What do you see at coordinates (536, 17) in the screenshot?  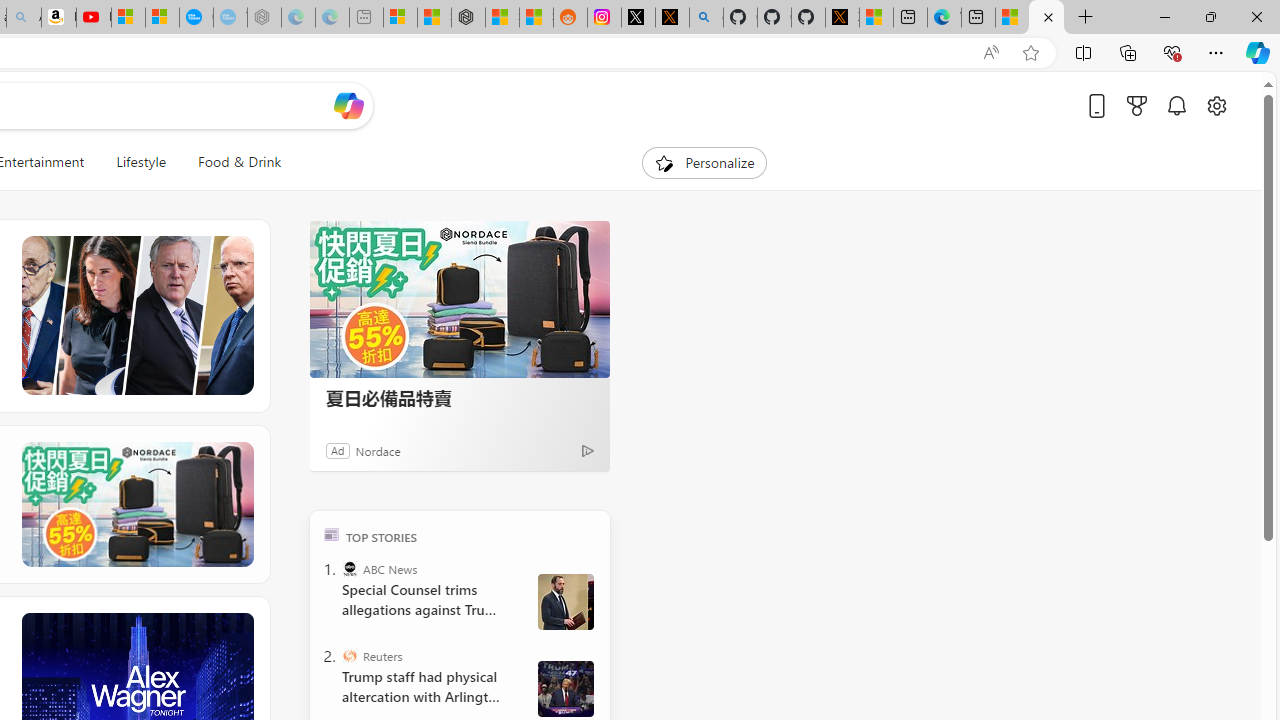 I see `'Shanghai, China Weather trends | Microsoft Weather'` at bounding box center [536, 17].